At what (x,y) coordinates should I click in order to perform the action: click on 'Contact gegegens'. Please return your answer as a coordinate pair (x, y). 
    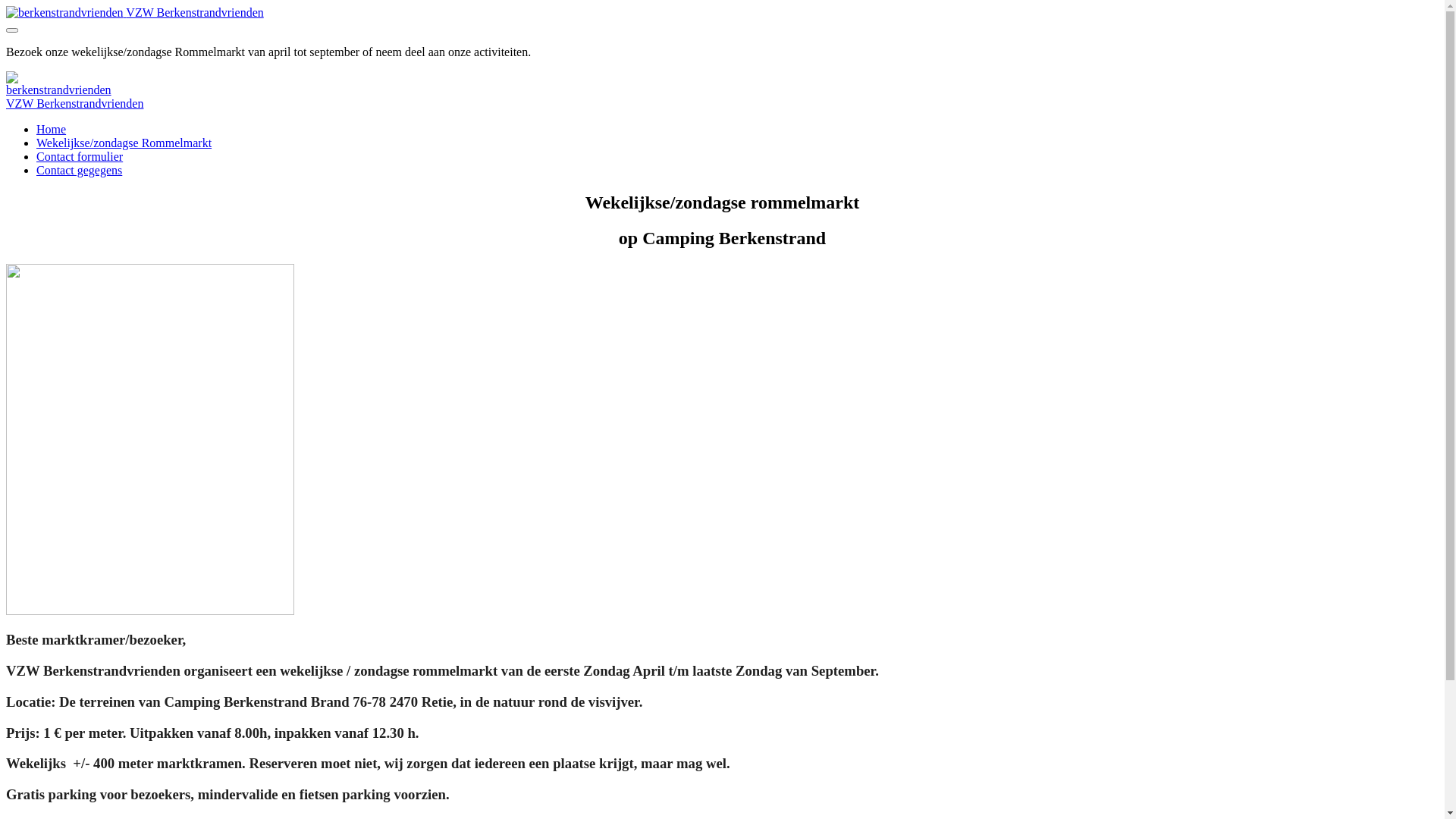
    Looking at the image, I should click on (78, 170).